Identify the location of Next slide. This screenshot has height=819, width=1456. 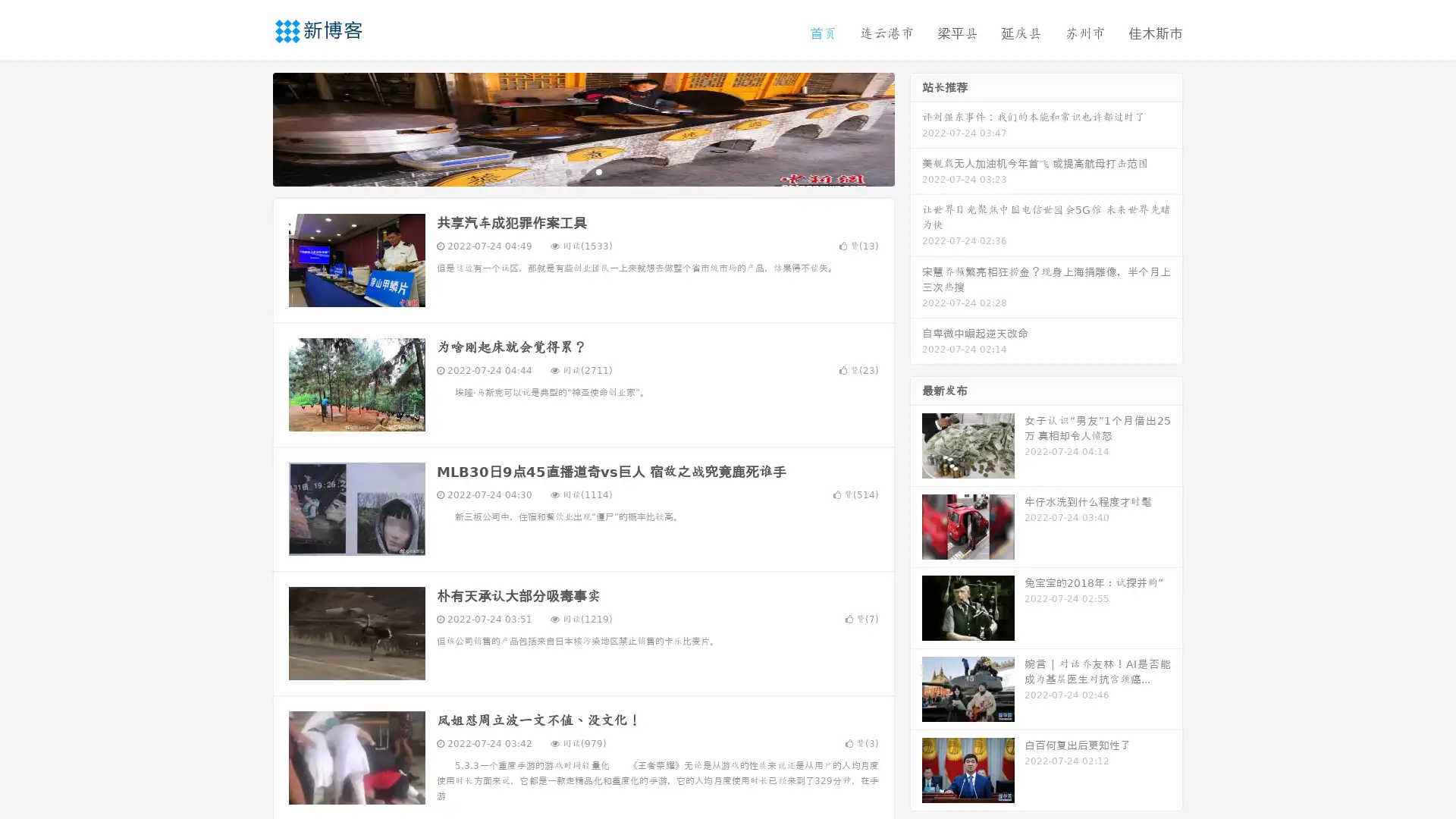
(916, 127).